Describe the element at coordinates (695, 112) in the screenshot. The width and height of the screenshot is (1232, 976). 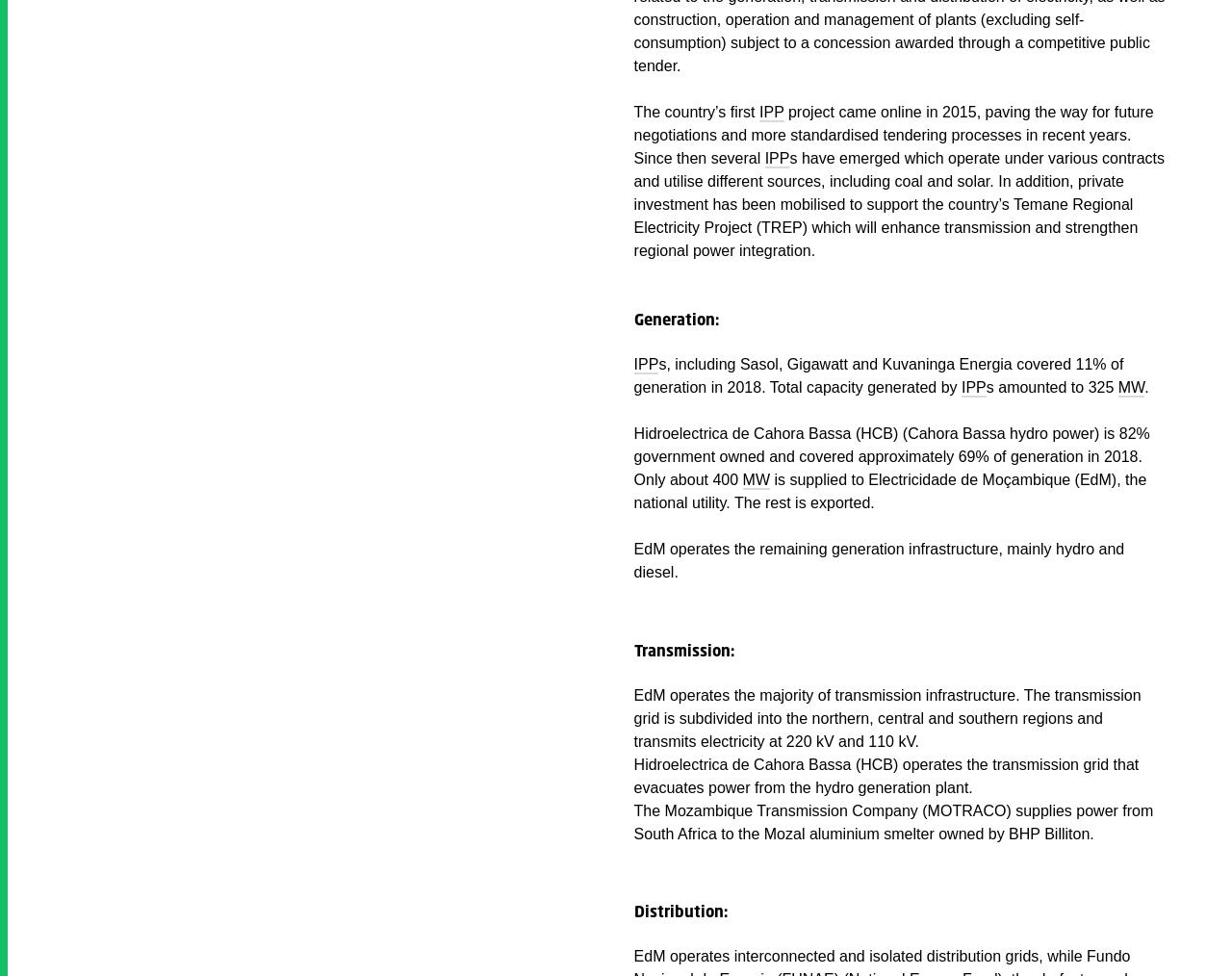
I see `'The country’s first'` at that location.